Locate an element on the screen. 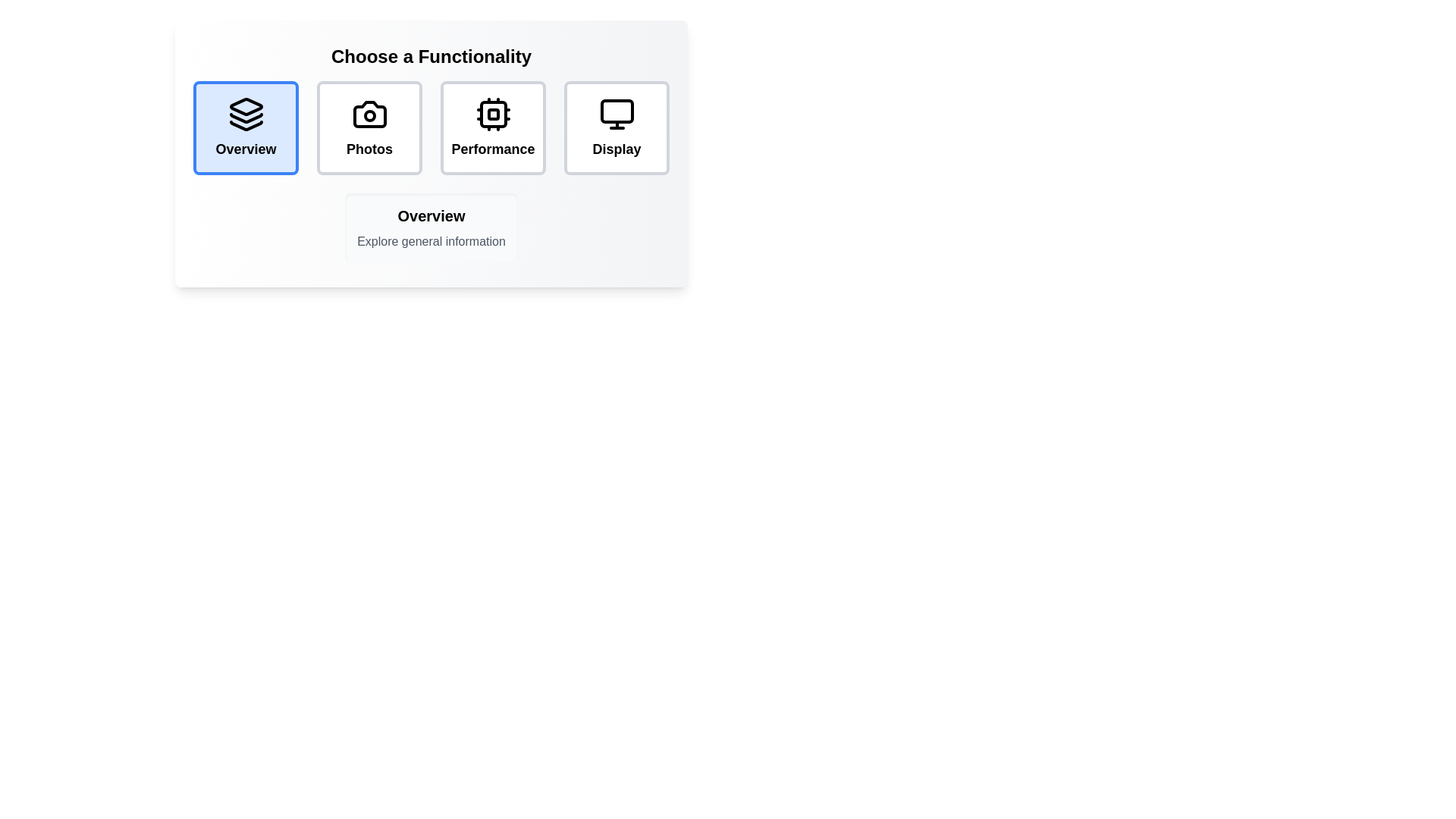  the CPU icon, which is located within the 'Performance' button is located at coordinates (493, 113).